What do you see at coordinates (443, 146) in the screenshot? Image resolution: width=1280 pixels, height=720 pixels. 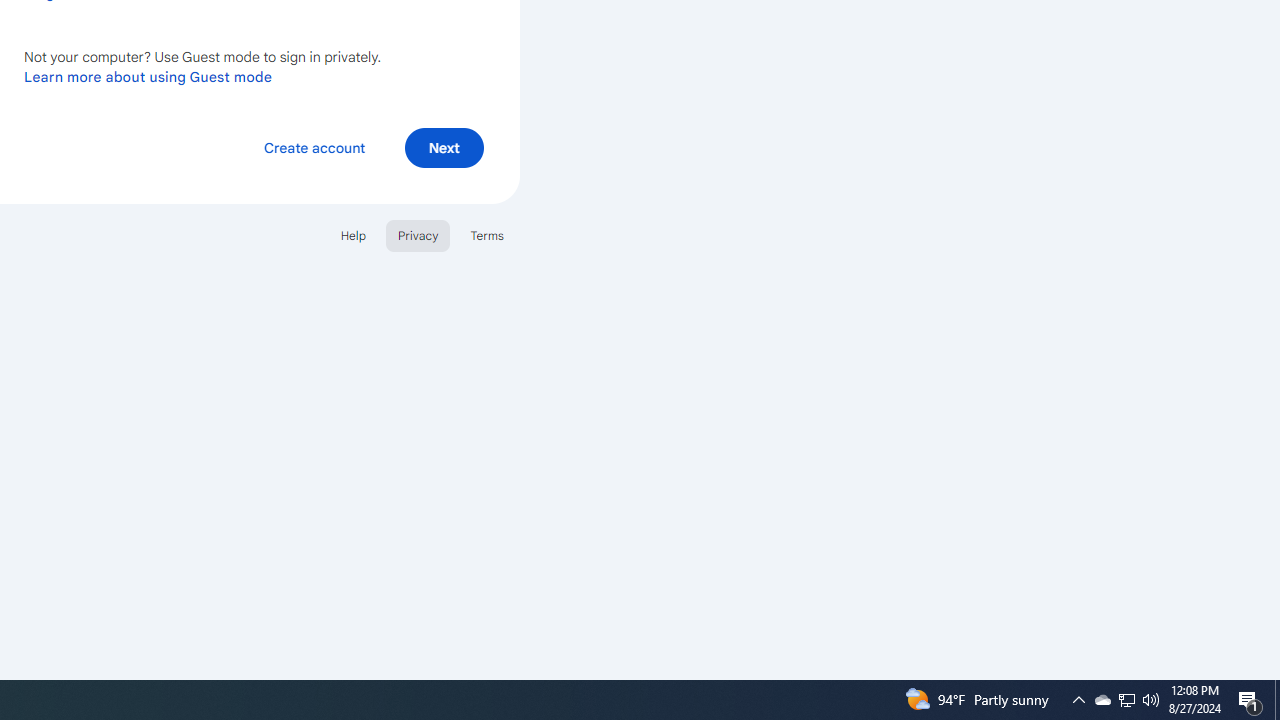 I see `'Next'` at bounding box center [443, 146].